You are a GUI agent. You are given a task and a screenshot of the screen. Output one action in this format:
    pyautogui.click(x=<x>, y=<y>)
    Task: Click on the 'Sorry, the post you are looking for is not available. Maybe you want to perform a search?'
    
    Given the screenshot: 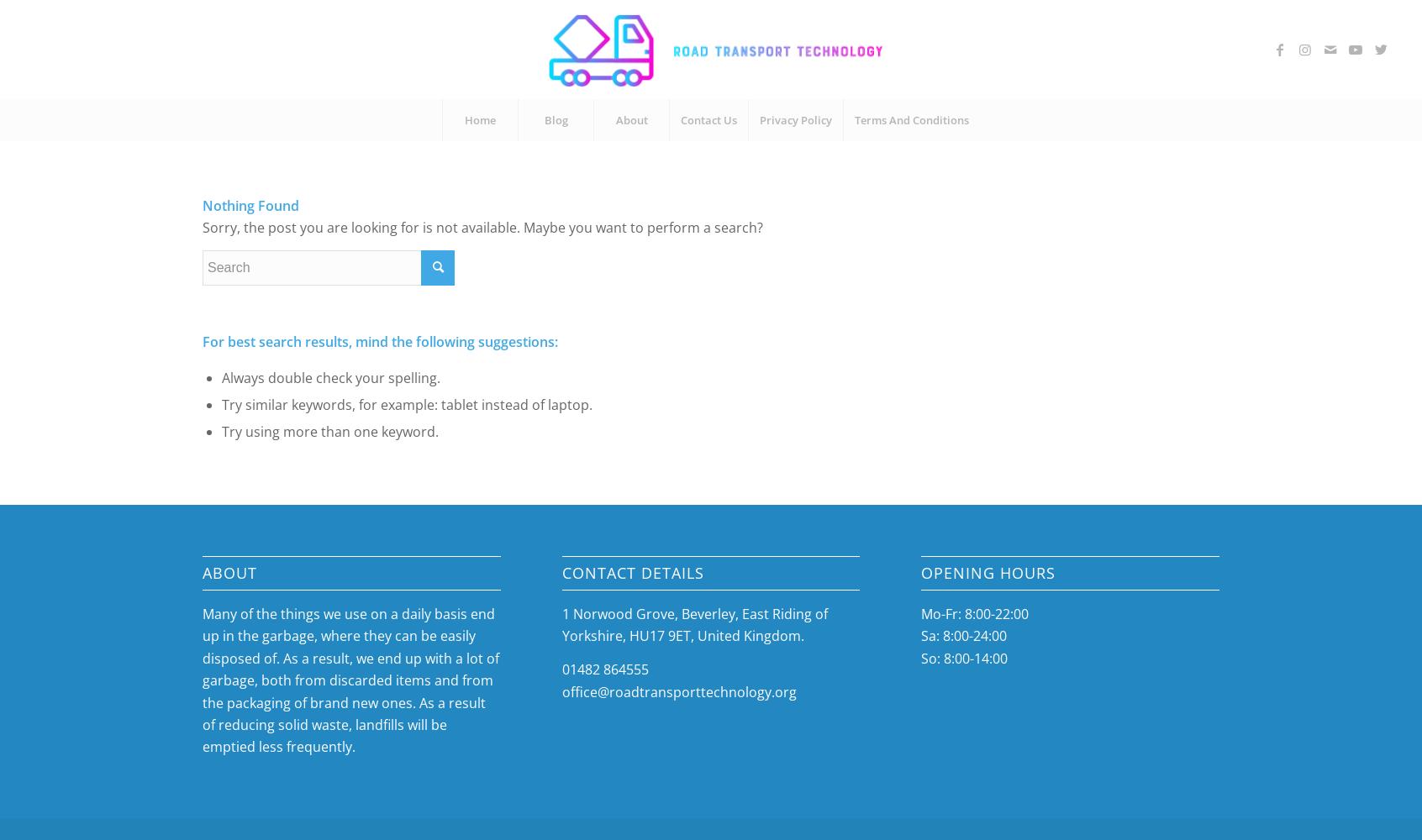 What is the action you would take?
    pyautogui.click(x=482, y=227)
    